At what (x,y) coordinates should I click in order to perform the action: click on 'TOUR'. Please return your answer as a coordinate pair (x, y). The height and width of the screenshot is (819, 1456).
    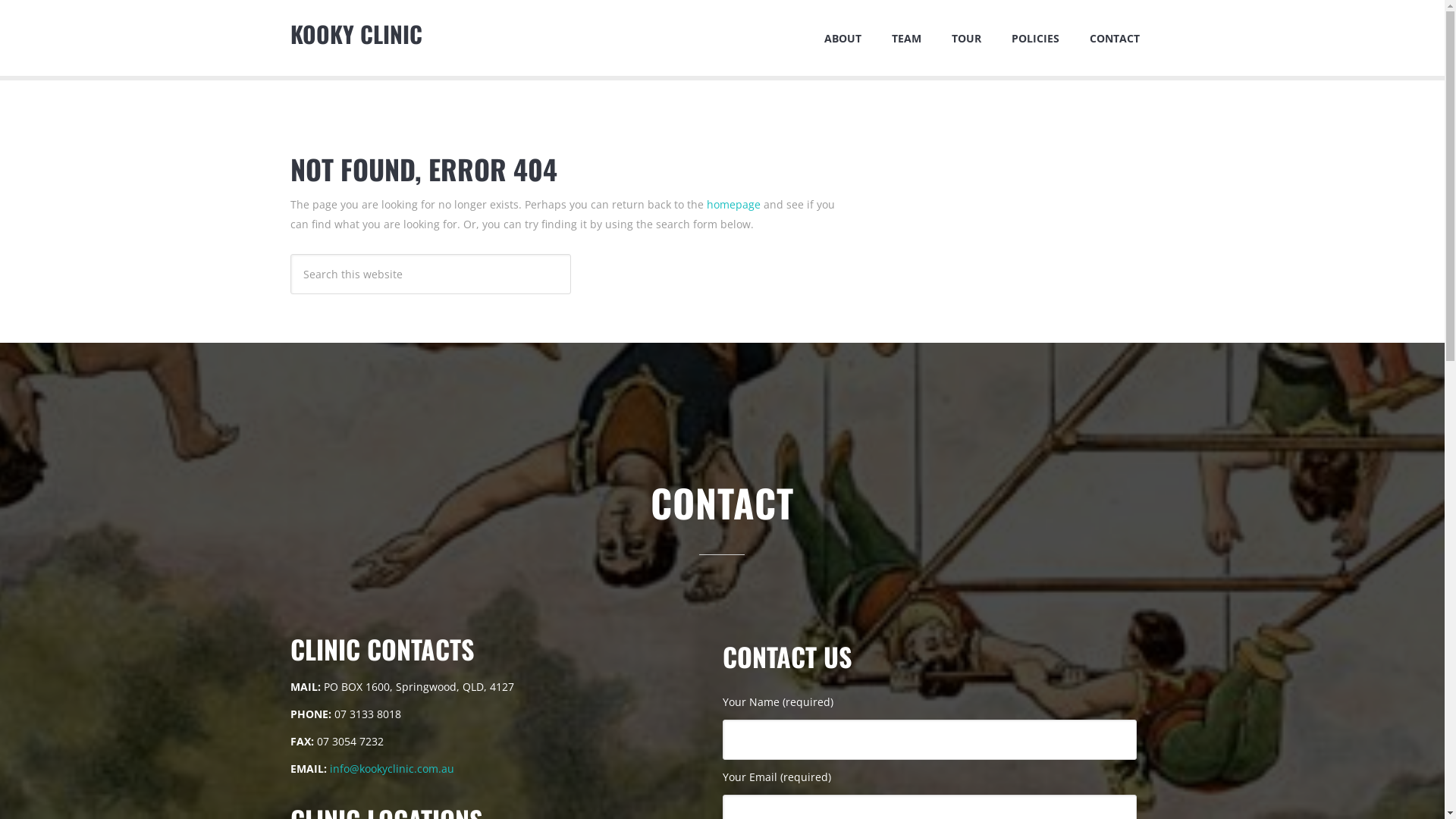
    Looking at the image, I should click on (965, 37).